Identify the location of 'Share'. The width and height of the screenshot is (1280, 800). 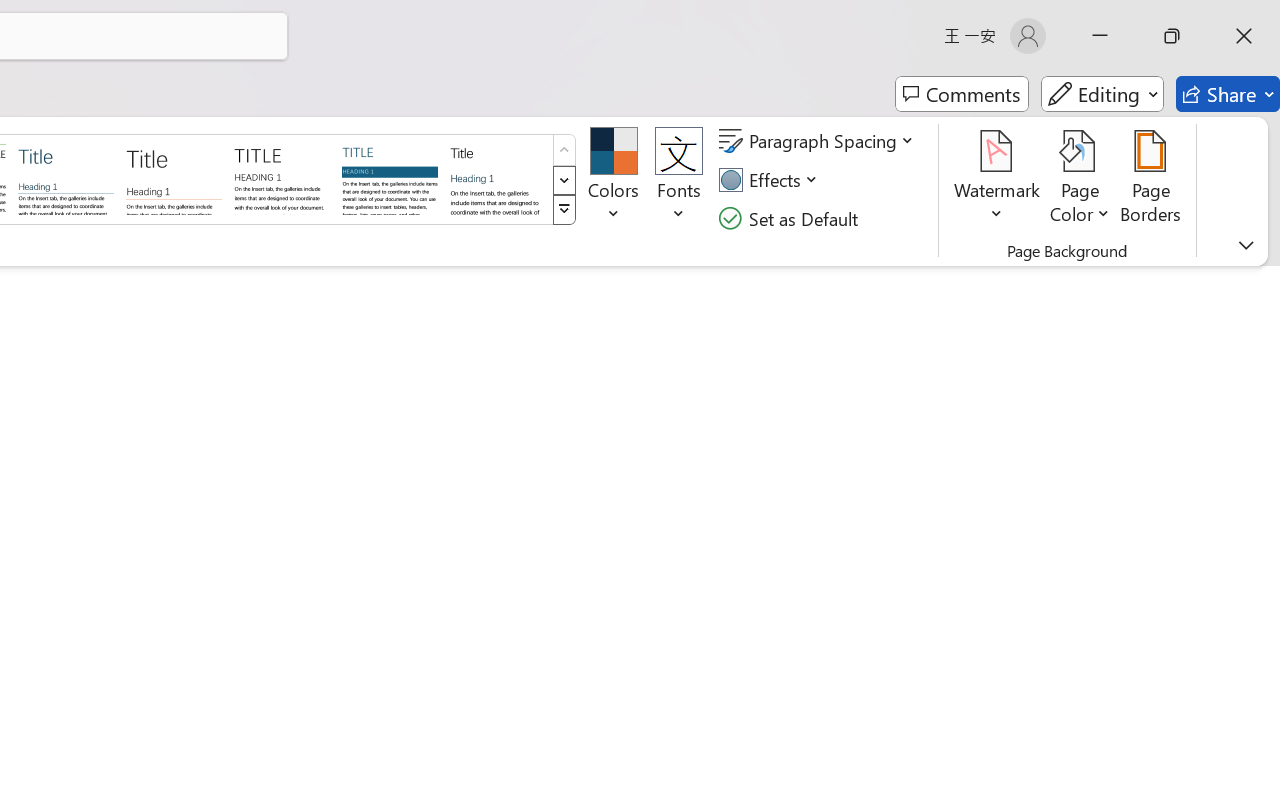
(1227, 94).